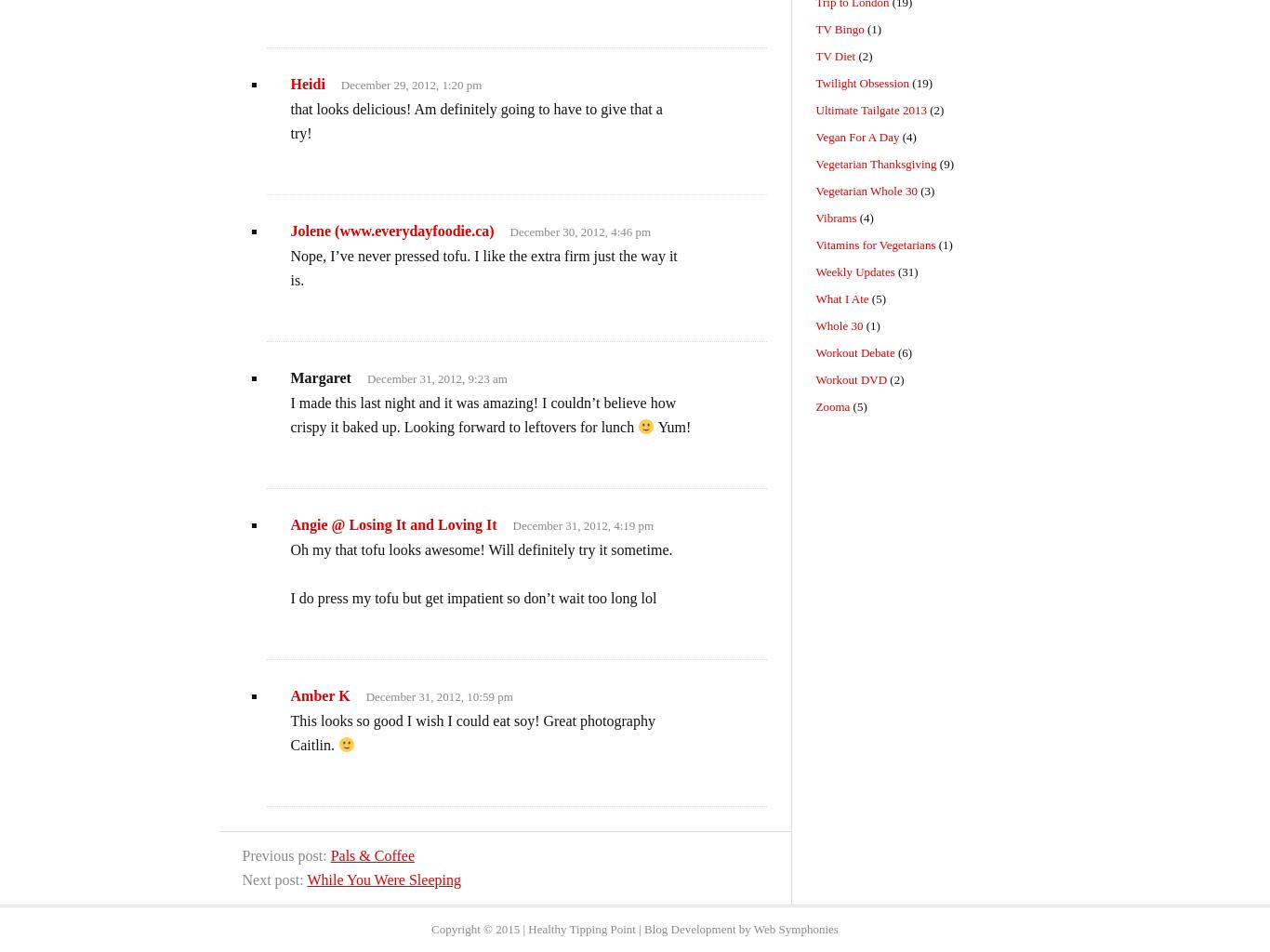  Describe the element at coordinates (906, 271) in the screenshot. I see `'(31)'` at that location.